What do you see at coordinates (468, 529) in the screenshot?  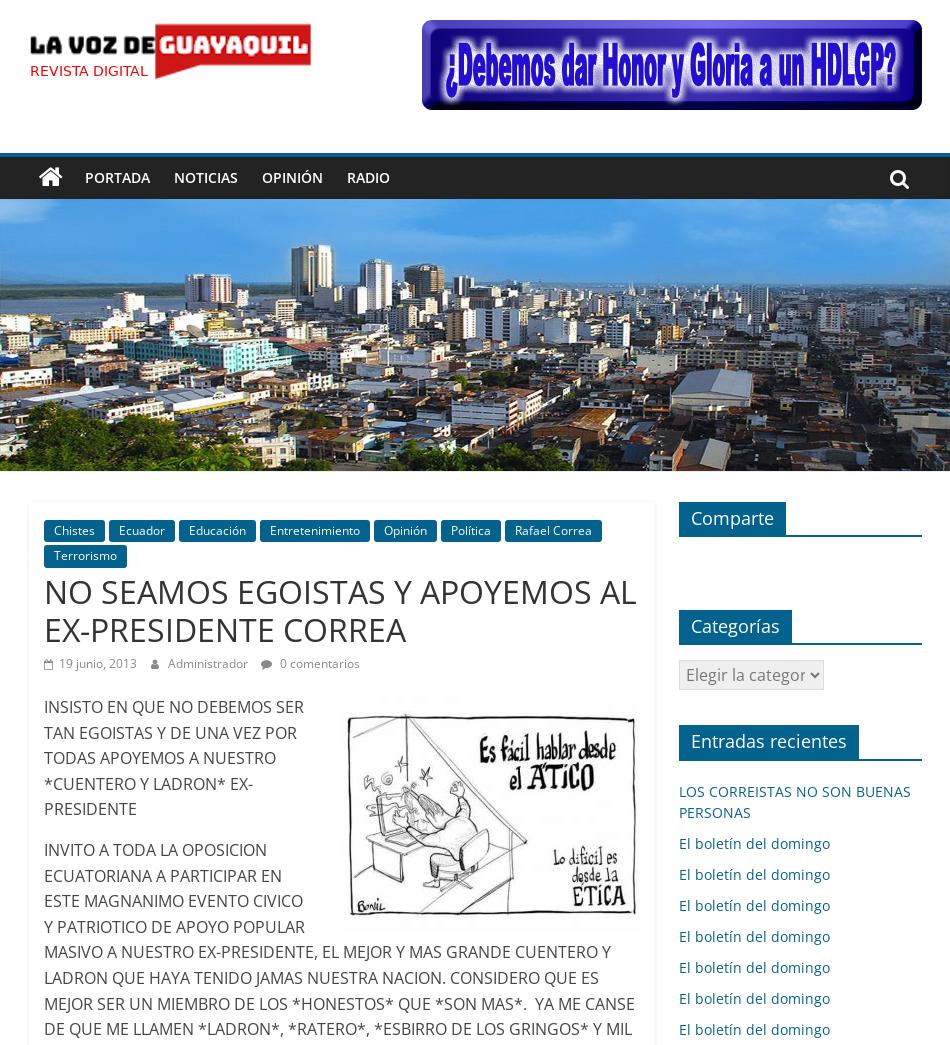 I see `'Política'` at bounding box center [468, 529].